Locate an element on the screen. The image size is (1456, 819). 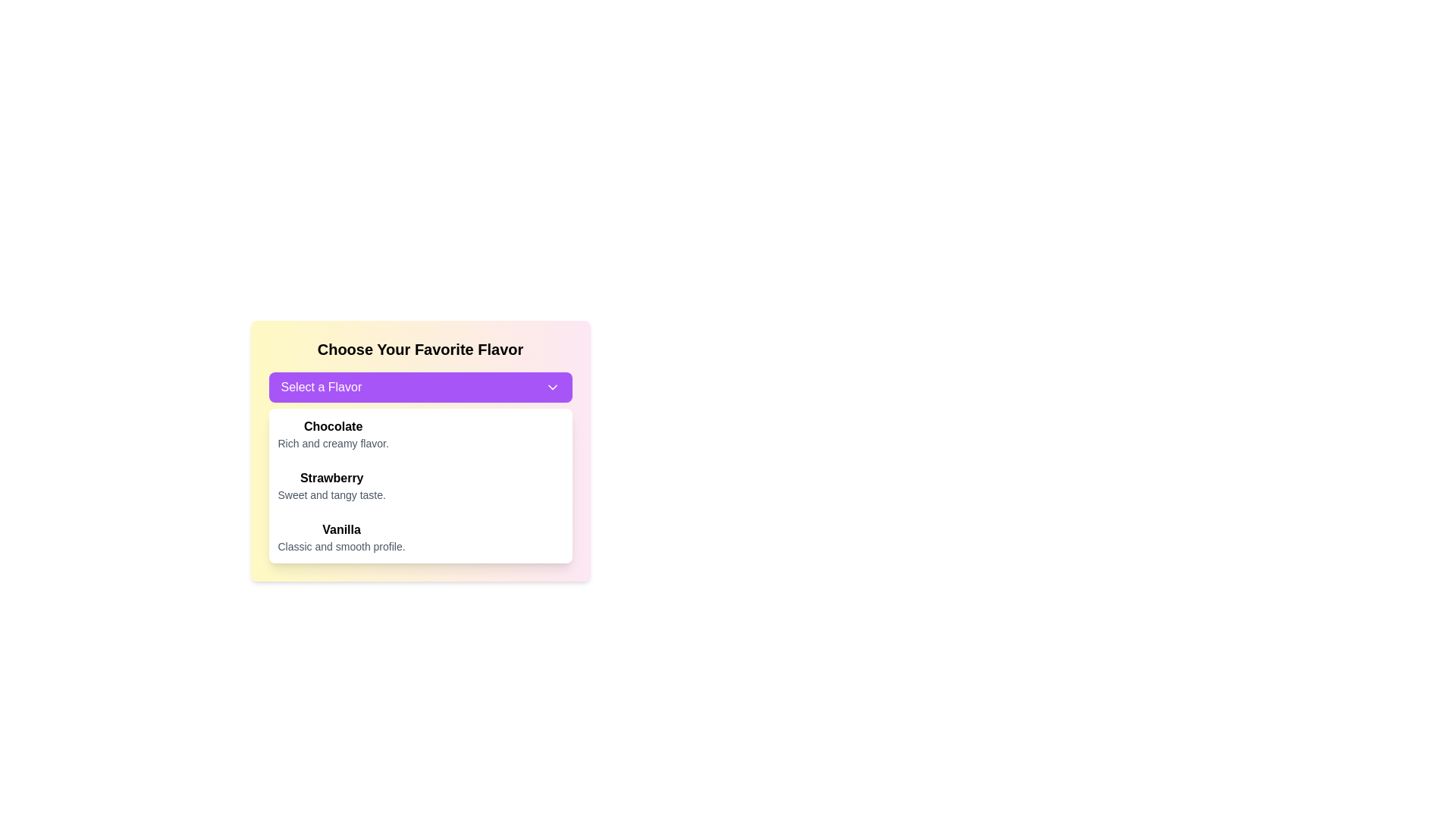
the 'Vanilla' option in the list of flavors under 'Choose Your Favorite Flavor' is located at coordinates (420, 537).